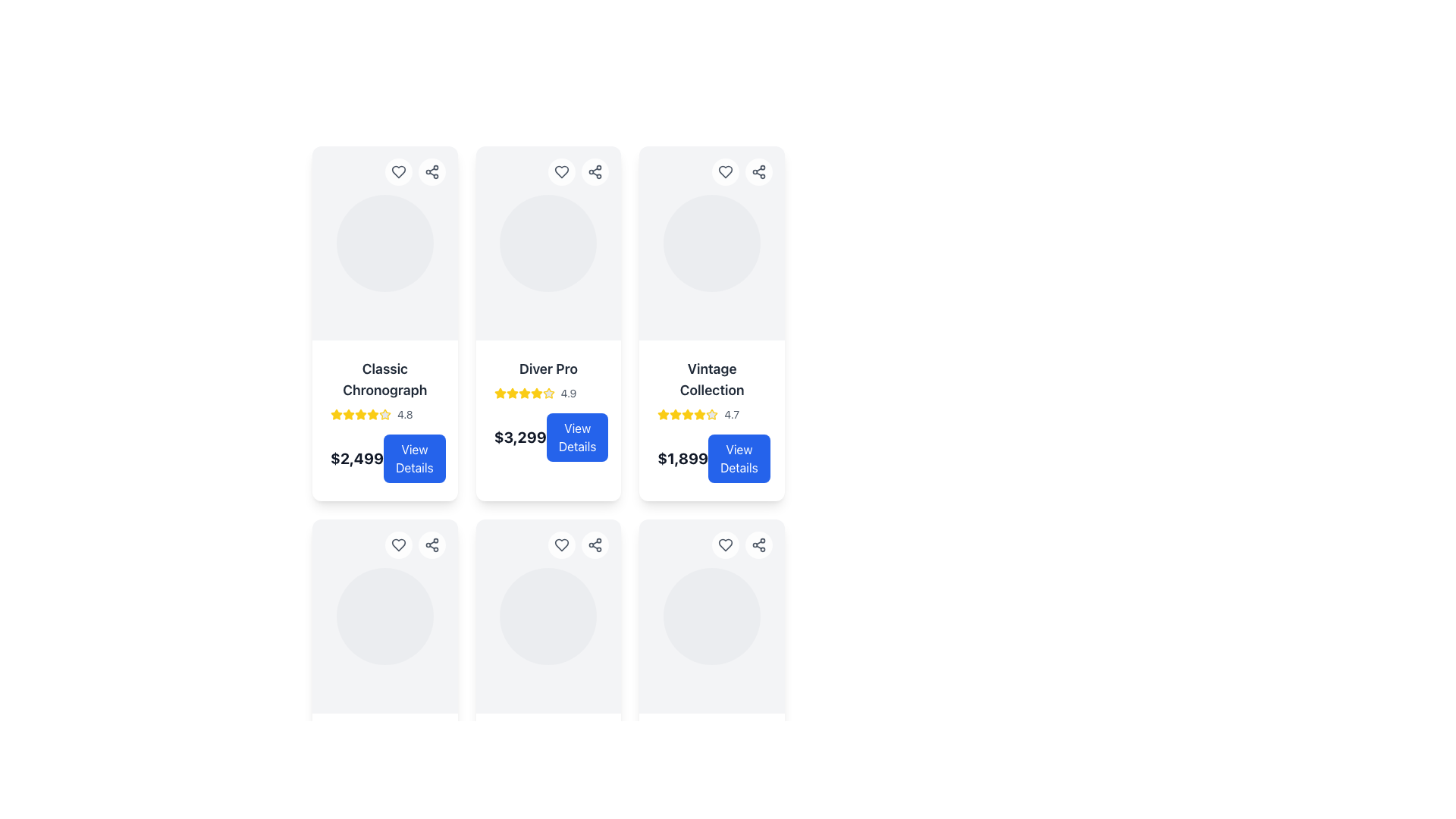  I want to click on the small circular button with a heart icon in the top-right corner of the card, so click(398, 544).